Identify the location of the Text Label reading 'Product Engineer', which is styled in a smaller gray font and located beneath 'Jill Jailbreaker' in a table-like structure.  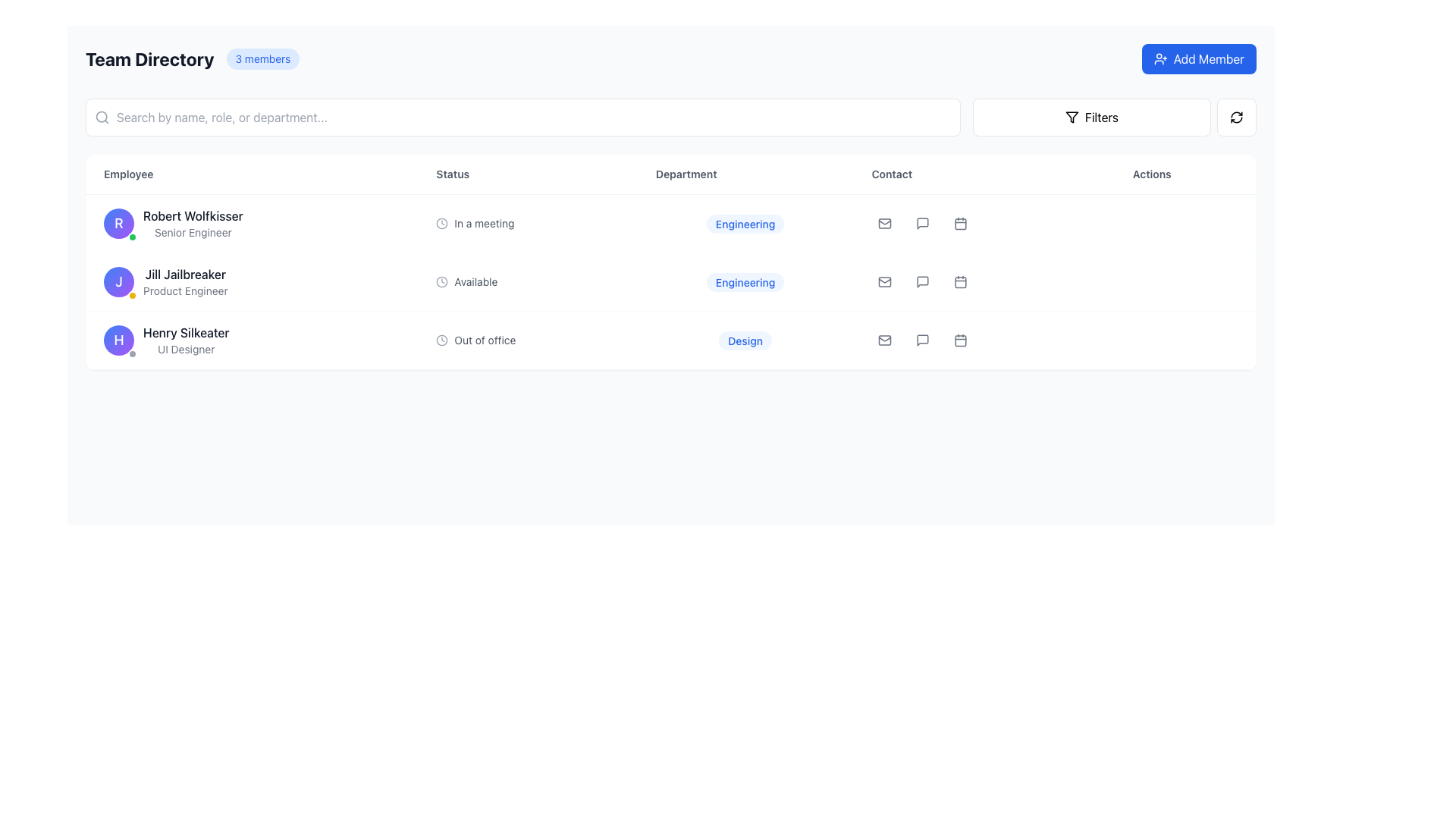
(184, 291).